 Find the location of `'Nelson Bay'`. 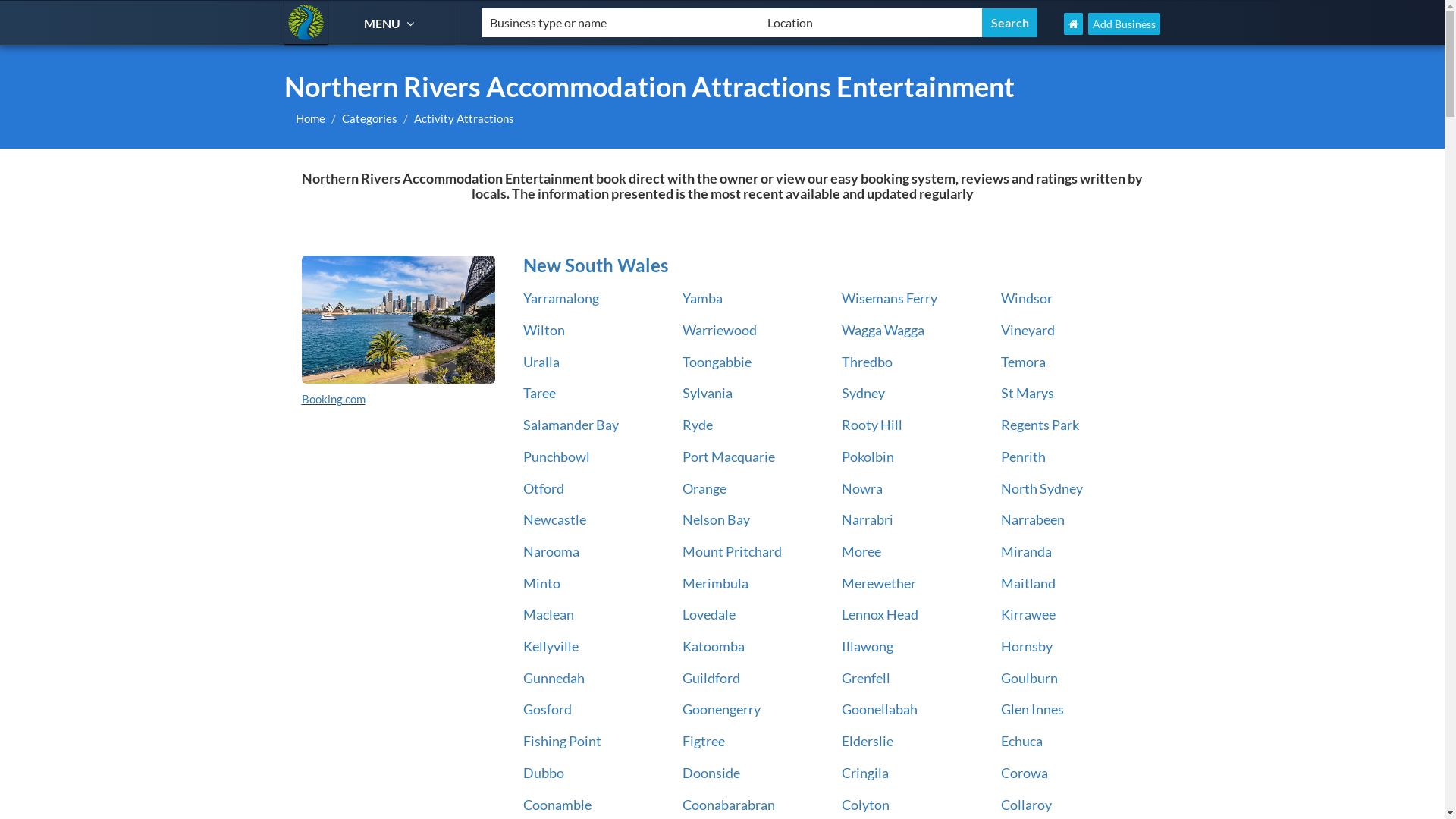

'Nelson Bay' is located at coordinates (715, 519).